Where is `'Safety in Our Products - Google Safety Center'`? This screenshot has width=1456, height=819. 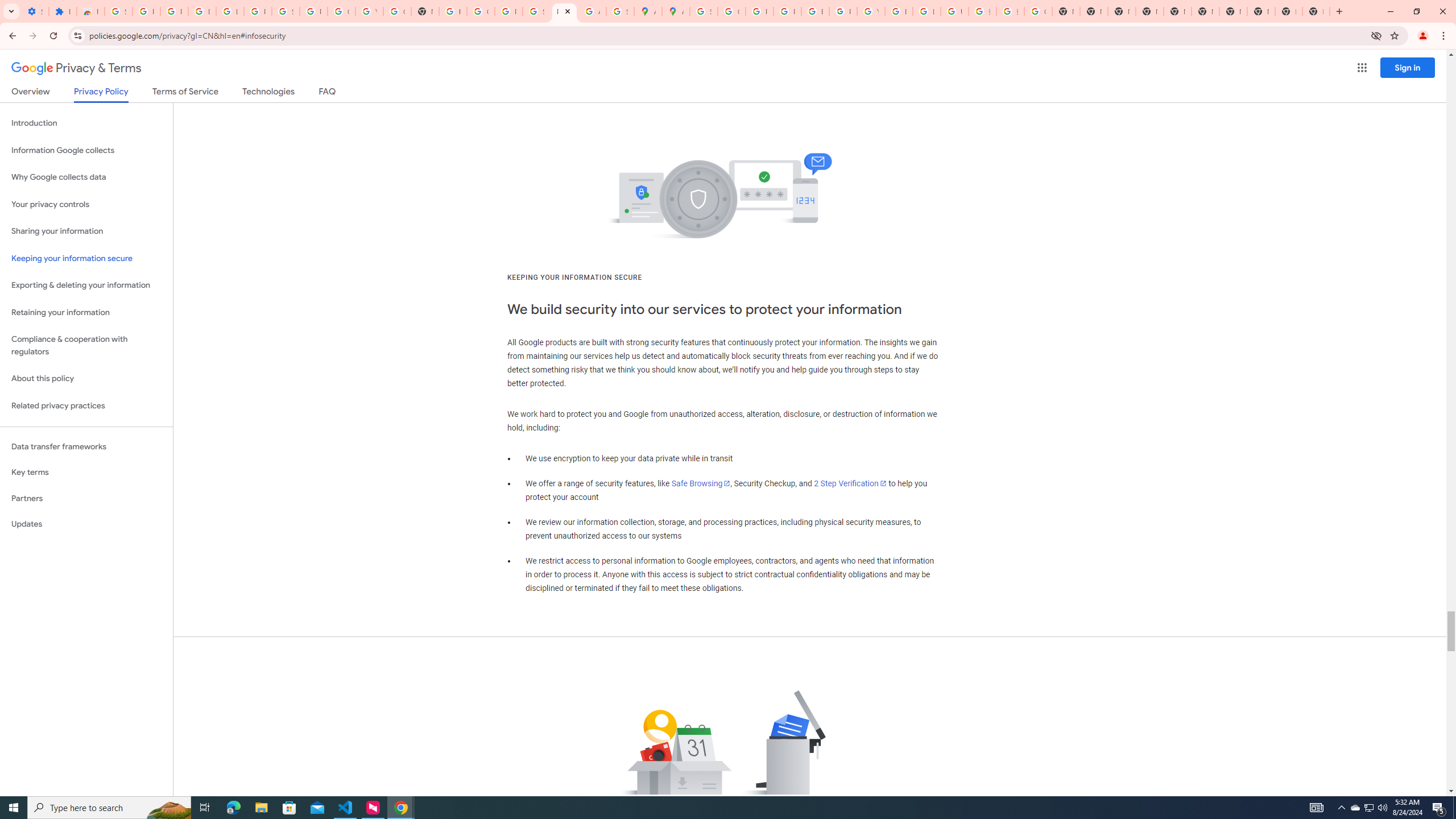
'Safety in Our Products - Google Safety Center' is located at coordinates (619, 11).